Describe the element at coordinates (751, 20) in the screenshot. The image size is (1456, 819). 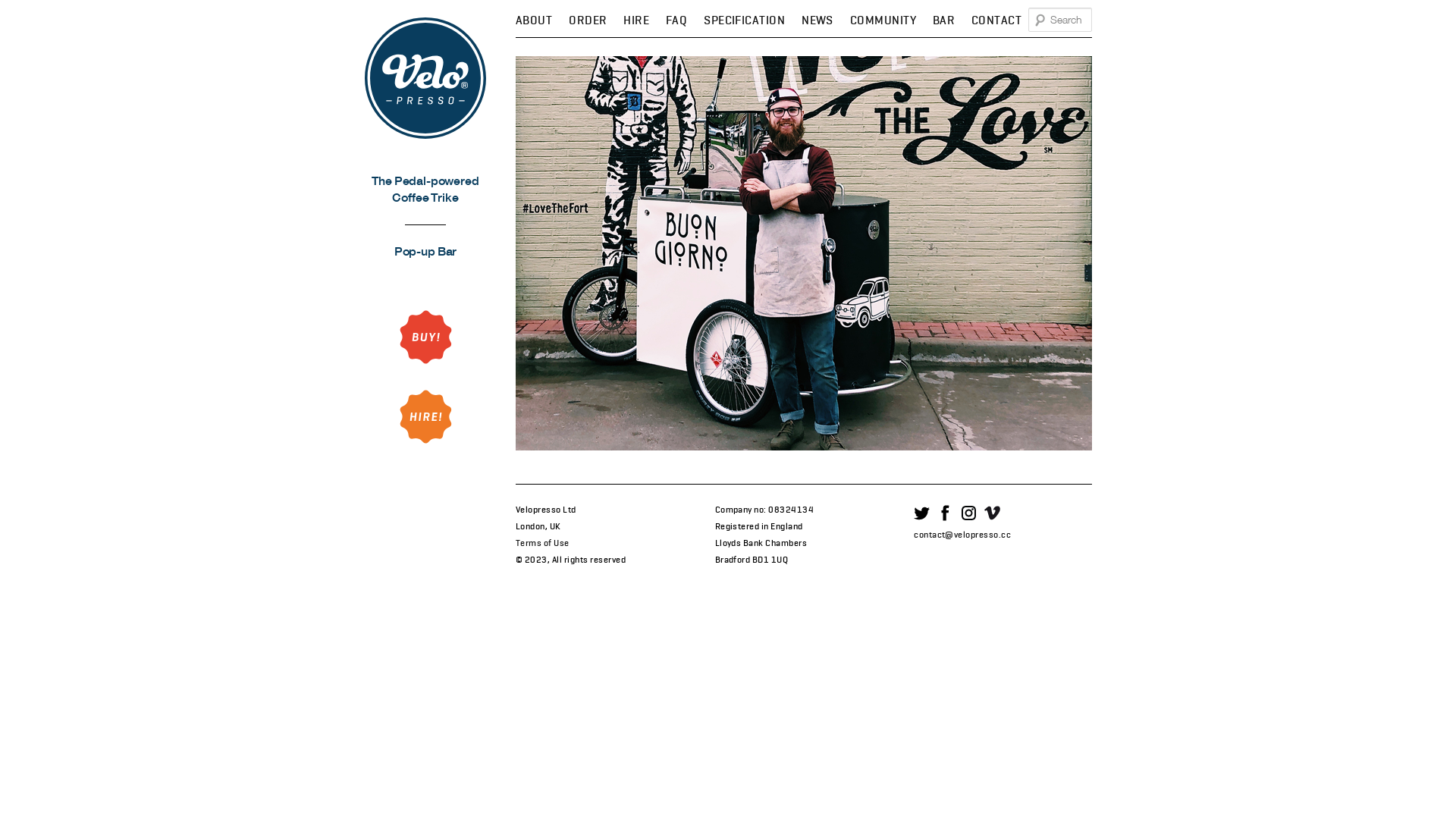
I see `'SPECIFICATION'` at that location.